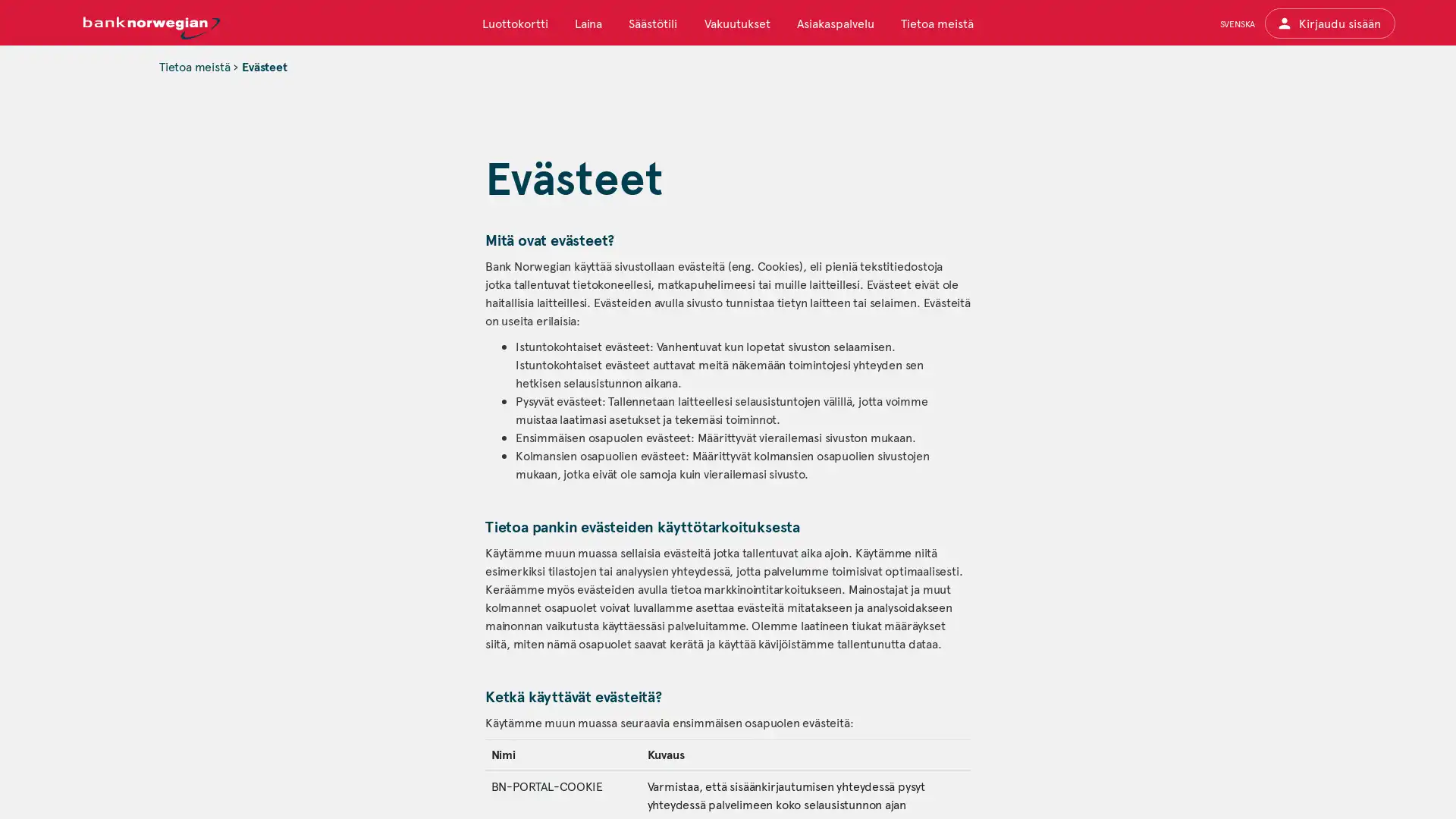 This screenshot has height=819, width=1456. What do you see at coordinates (935, 23) in the screenshot?
I see `Tietoa meista` at bounding box center [935, 23].